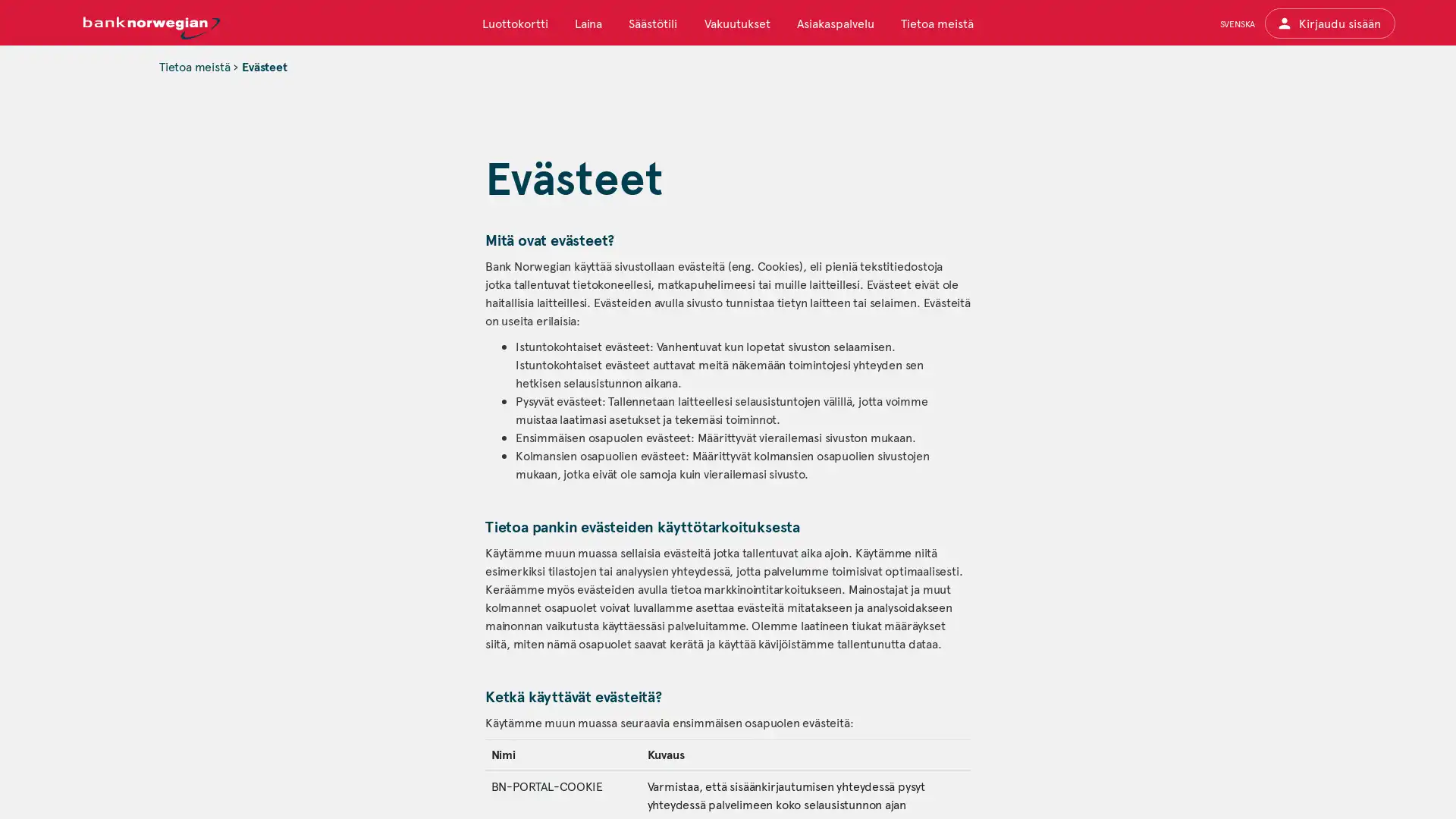 This screenshot has height=819, width=1456. What do you see at coordinates (935, 23) in the screenshot?
I see `Tietoa meista` at bounding box center [935, 23].